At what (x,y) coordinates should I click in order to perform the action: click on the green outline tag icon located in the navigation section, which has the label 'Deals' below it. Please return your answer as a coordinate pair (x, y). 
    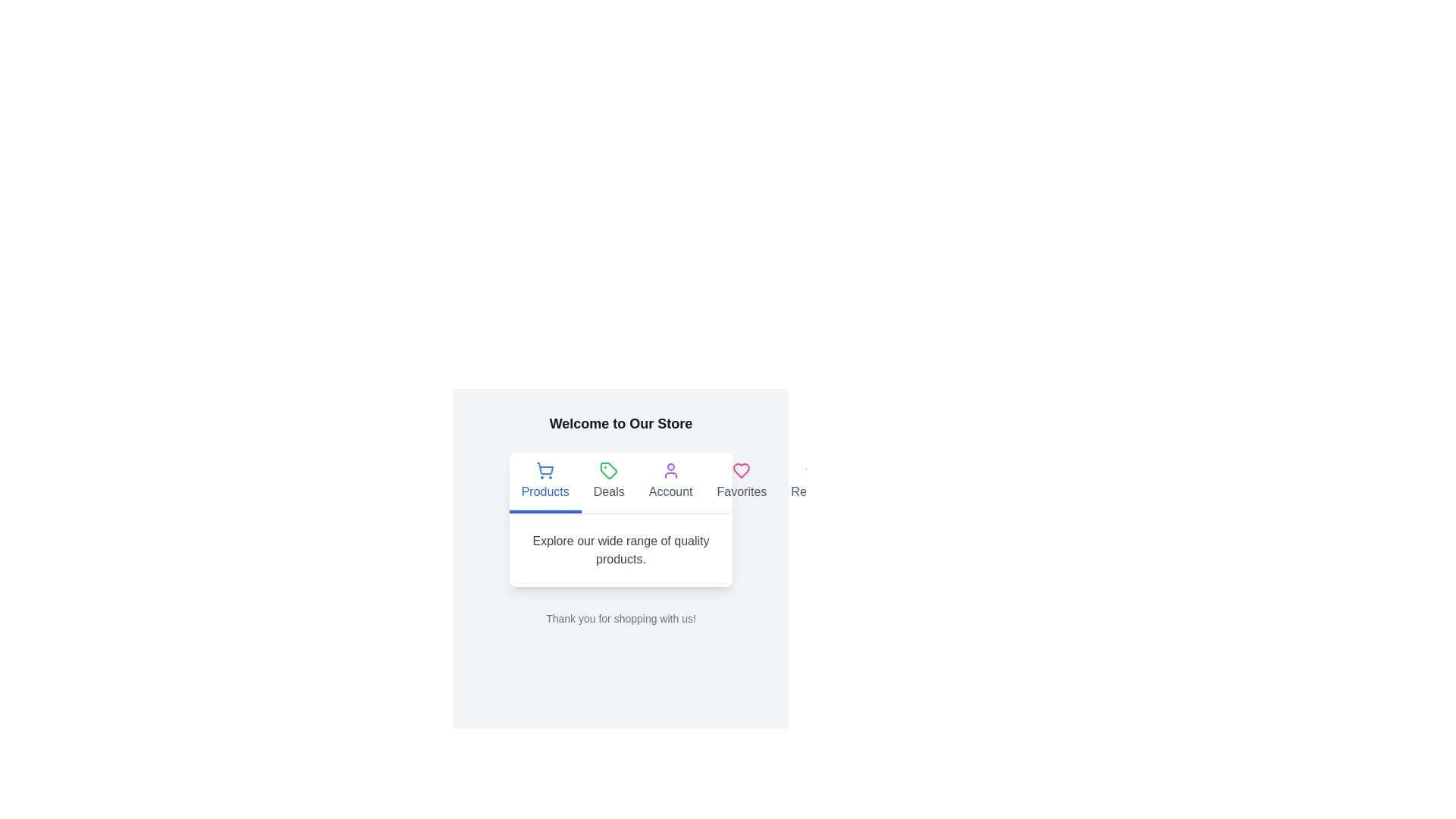
    Looking at the image, I should click on (609, 470).